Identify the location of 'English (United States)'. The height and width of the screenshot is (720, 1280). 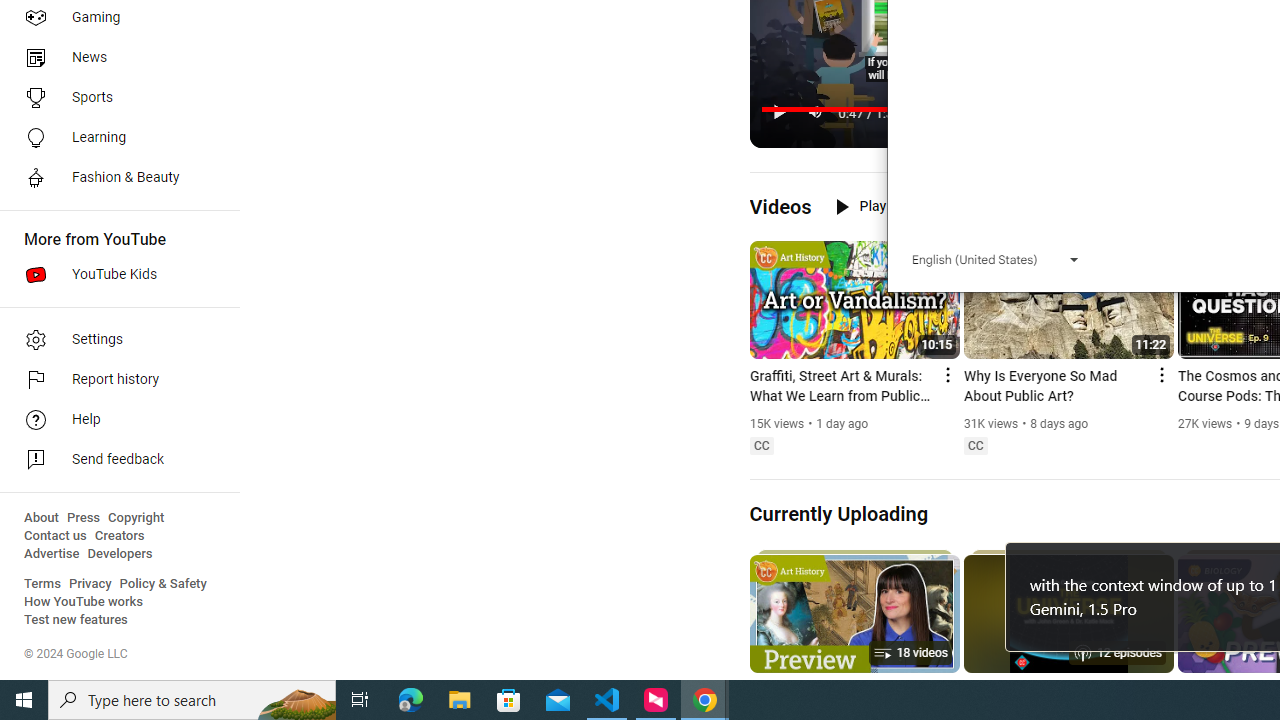
(995, 258).